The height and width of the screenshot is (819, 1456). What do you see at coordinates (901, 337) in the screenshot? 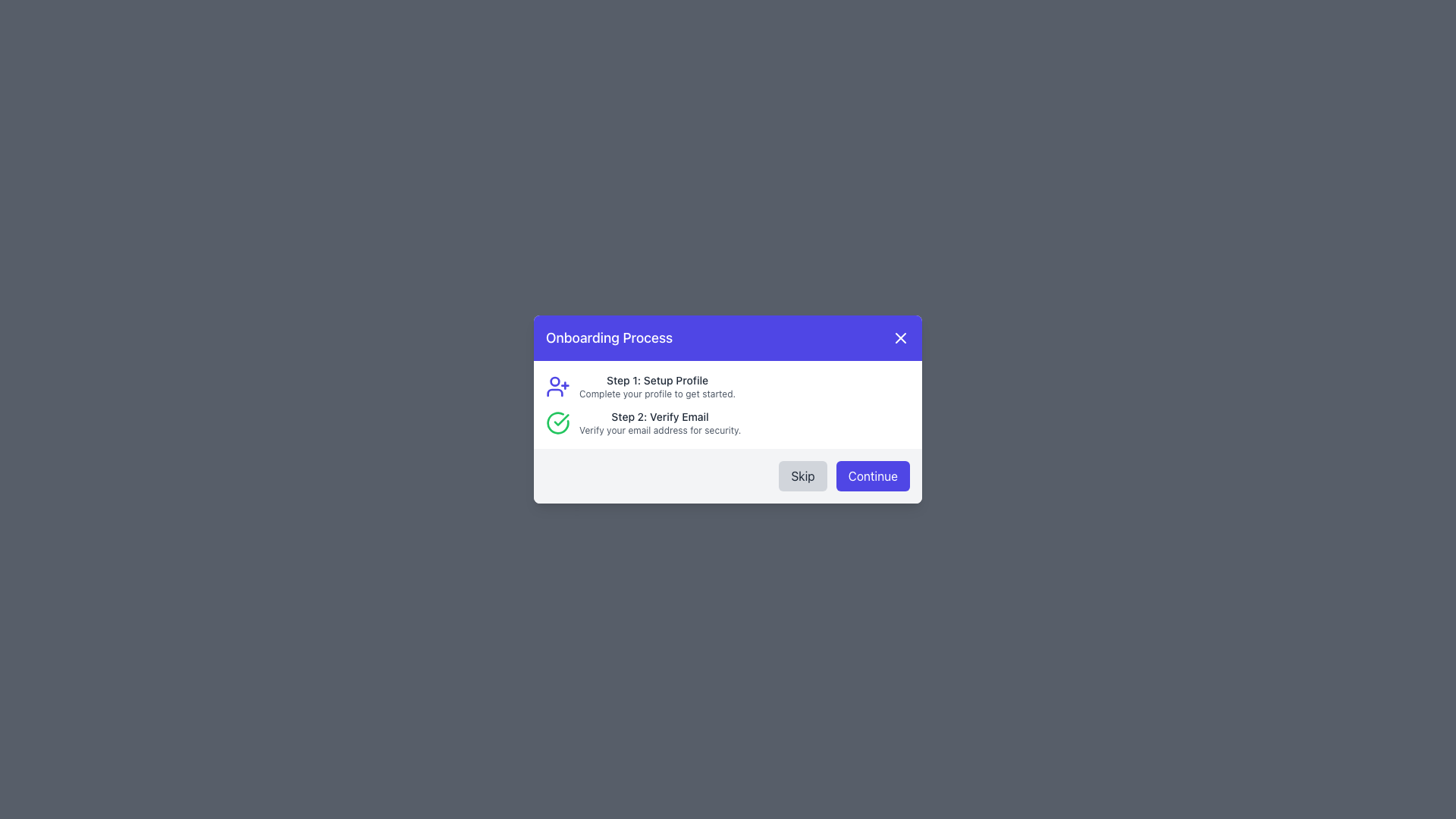
I see `the Close button located in the top-right corner of the dialog box` at bounding box center [901, 337].